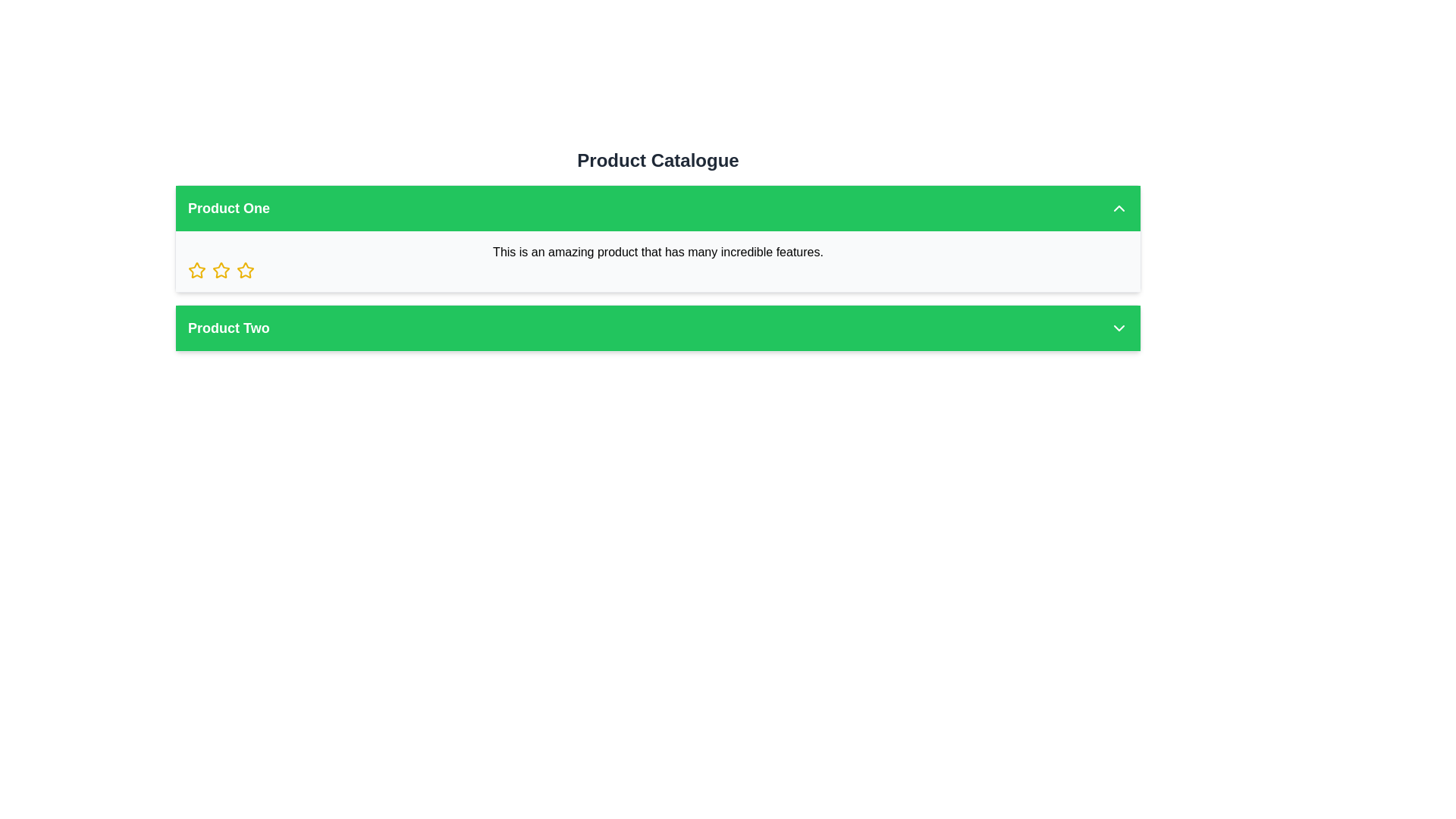  I want to click on the third yellow star rating icon used for rating systems, located below the 'Product One' header, so click(246, 269).